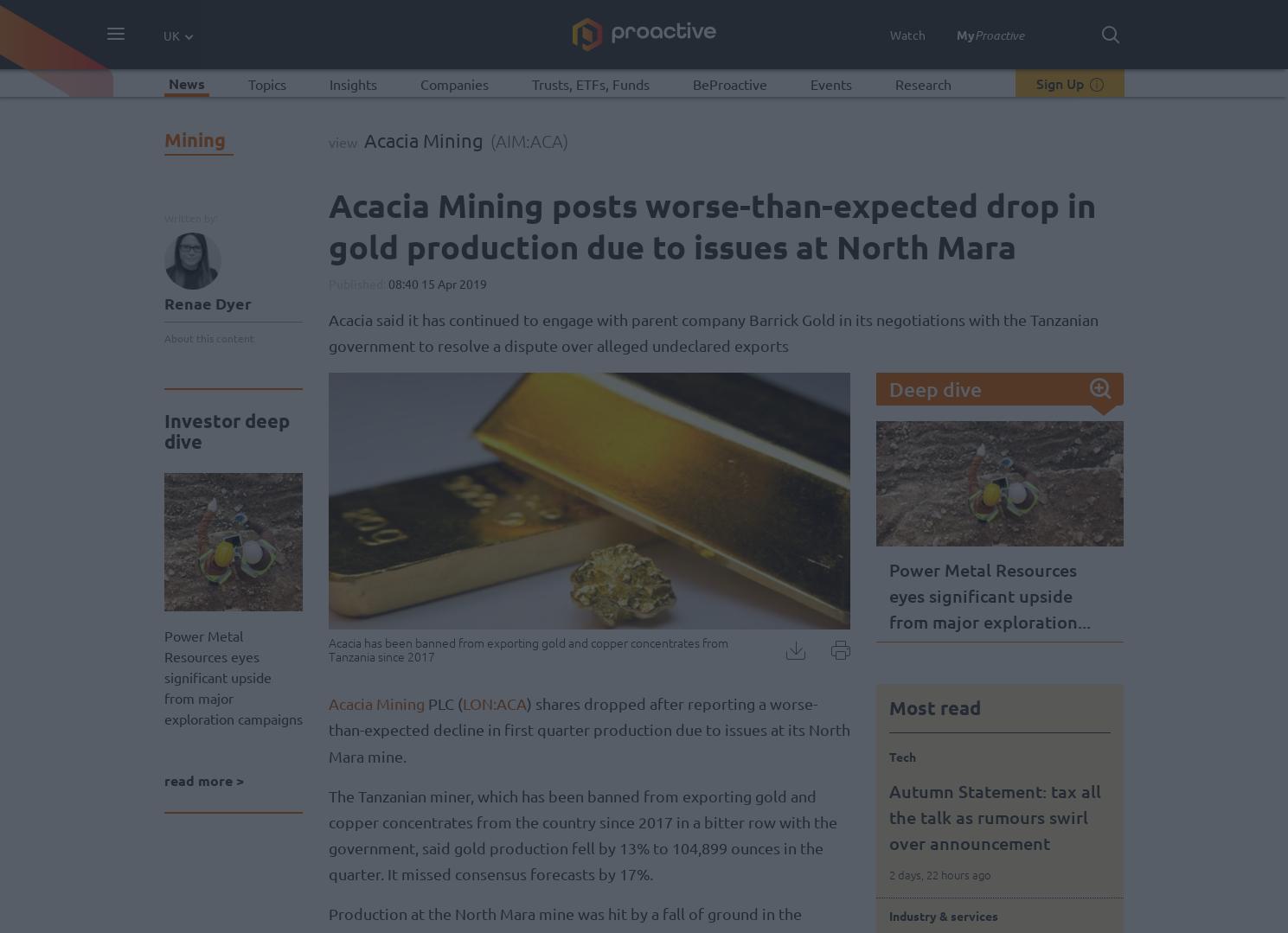 This screenshot has width=1288, height=933. I want to click on ')', so click(563, 140).